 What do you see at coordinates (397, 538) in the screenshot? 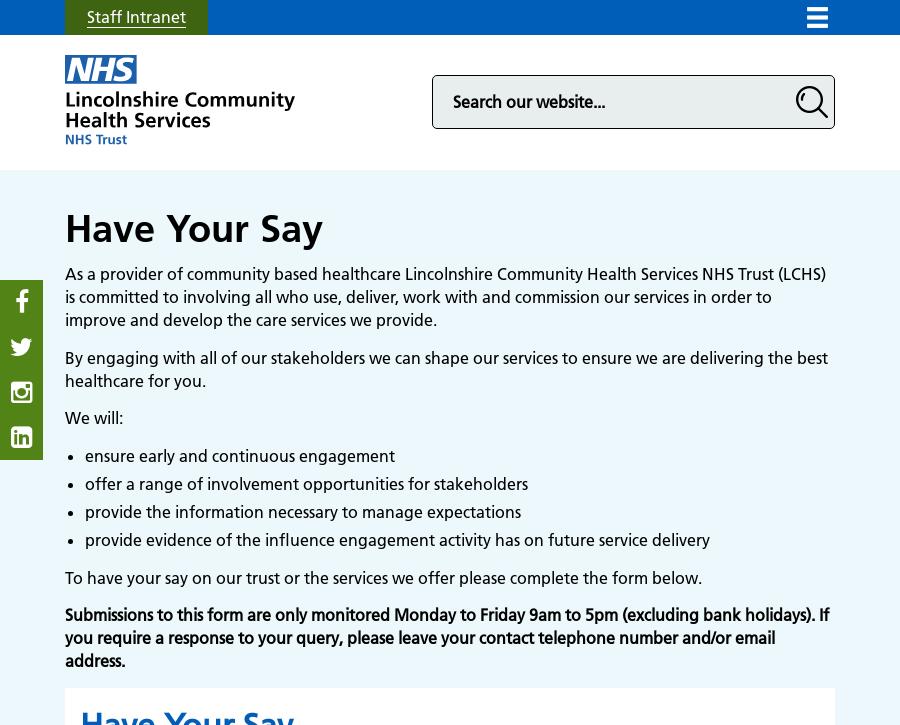
I see `'provide evidence of the influence engagement activity has on future service delivery'` at bounding box center [397, 538].